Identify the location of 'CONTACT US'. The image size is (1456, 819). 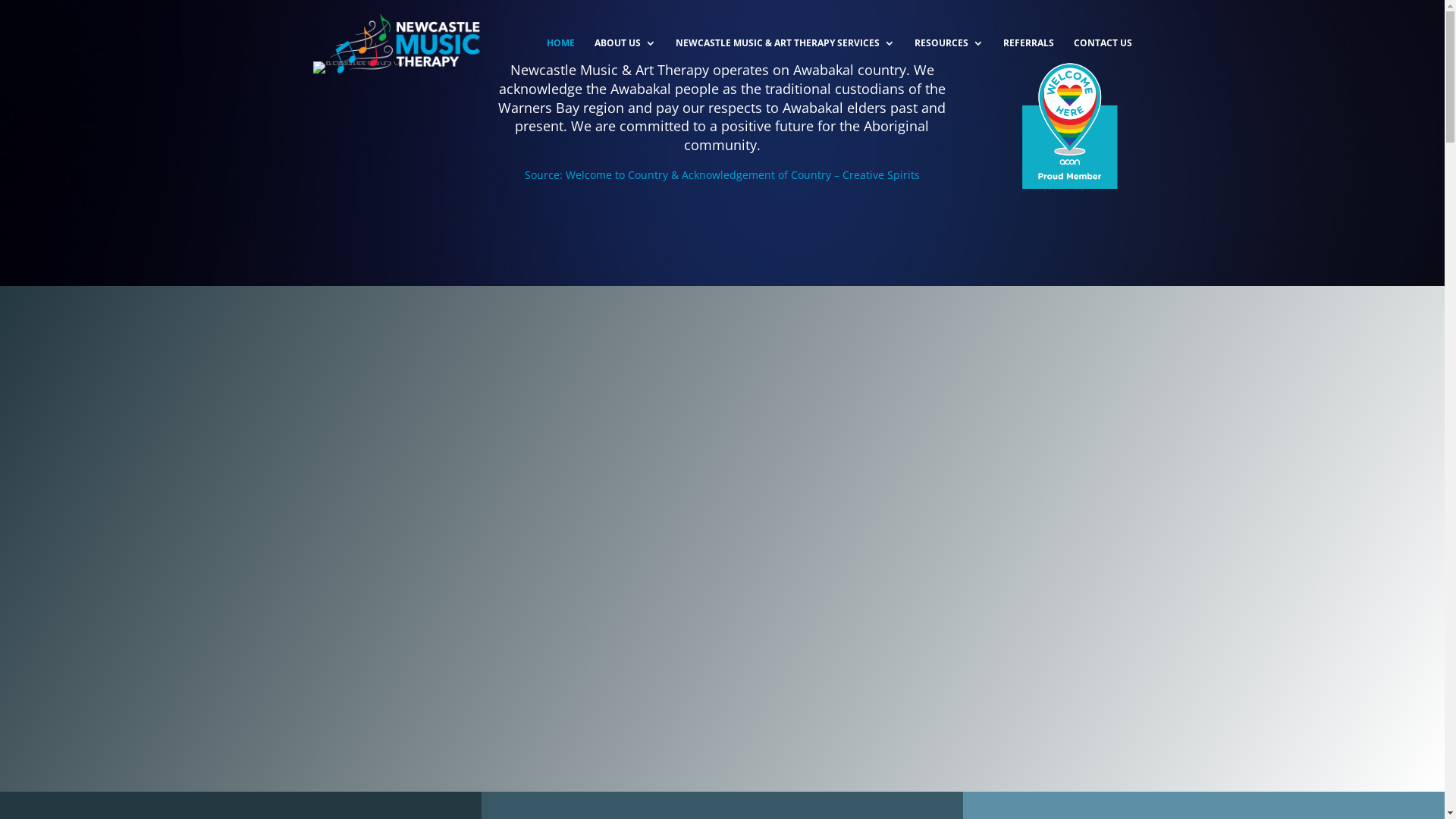
(1103, 61).